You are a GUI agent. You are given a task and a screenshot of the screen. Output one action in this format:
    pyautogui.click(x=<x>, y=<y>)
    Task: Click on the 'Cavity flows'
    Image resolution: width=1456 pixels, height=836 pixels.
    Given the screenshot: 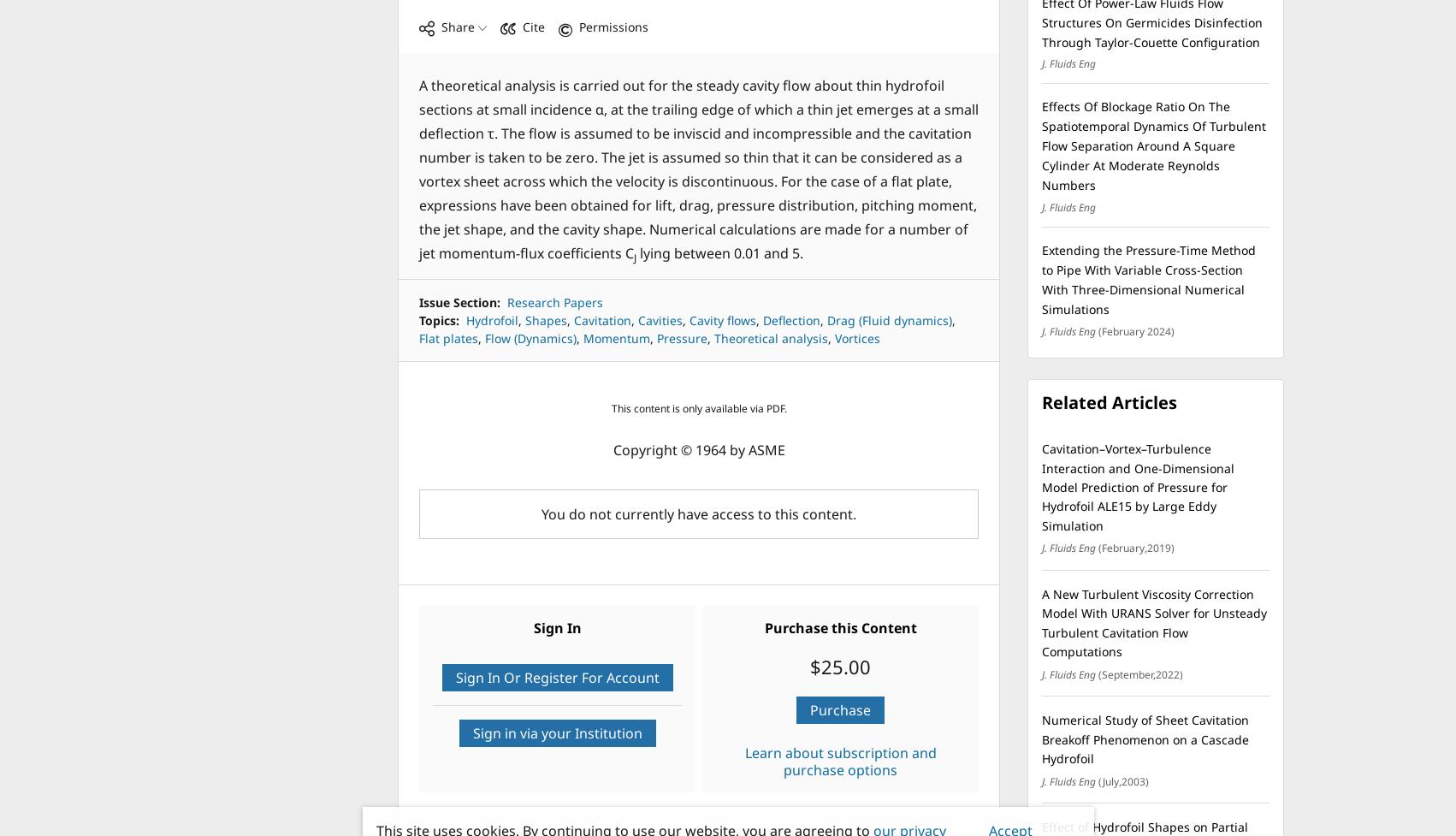 What is the action you would take?
    pyautogui.click(x=689, y=319)
    